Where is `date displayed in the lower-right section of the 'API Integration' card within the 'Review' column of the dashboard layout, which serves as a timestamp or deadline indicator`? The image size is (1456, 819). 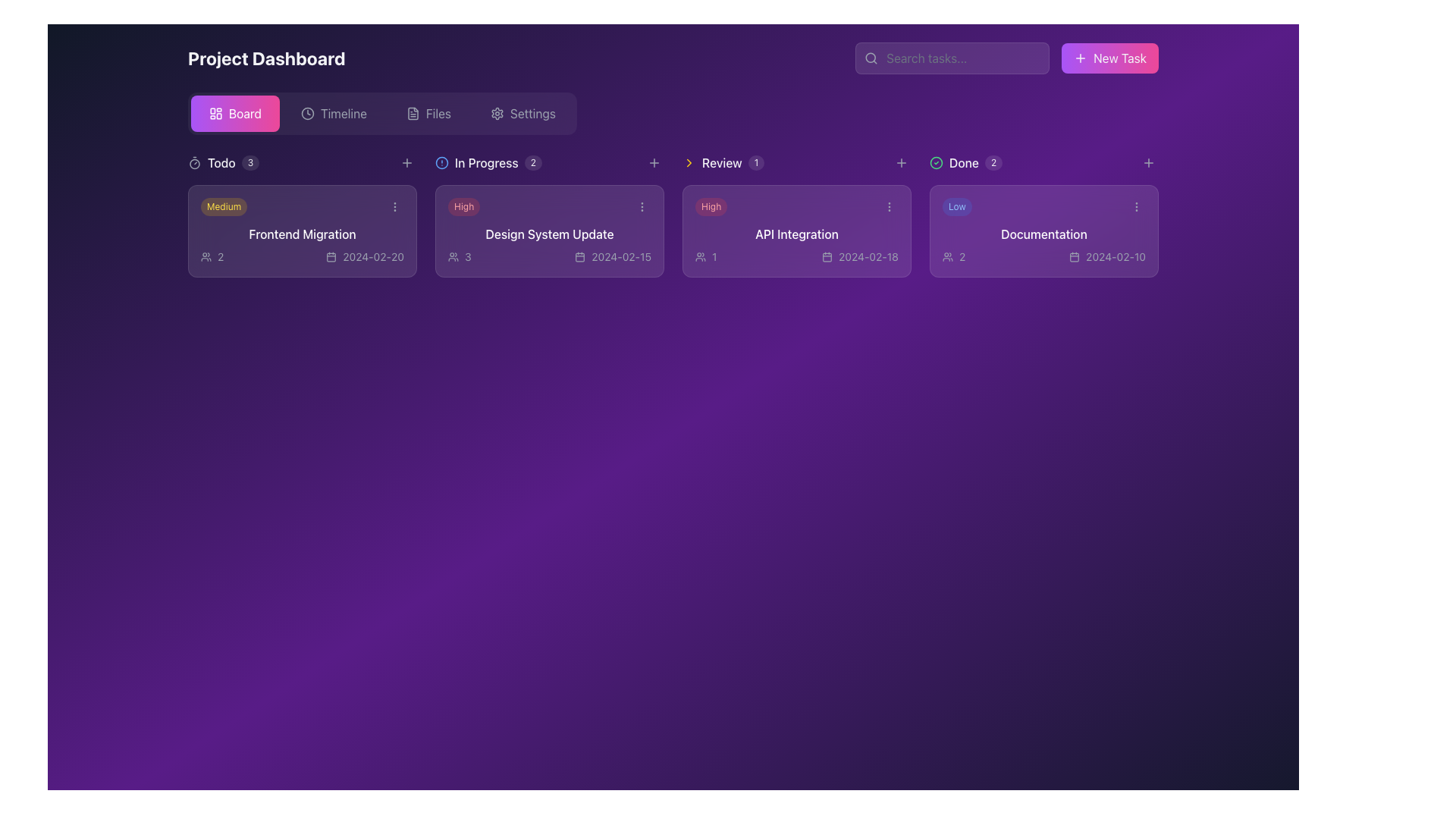
date displayed in the lower-right section of the 'API Integration' card within the 'Review' column of the dashboard layout, which serves as a timestamp or deadline indicator is located at coordinates (860, 256).